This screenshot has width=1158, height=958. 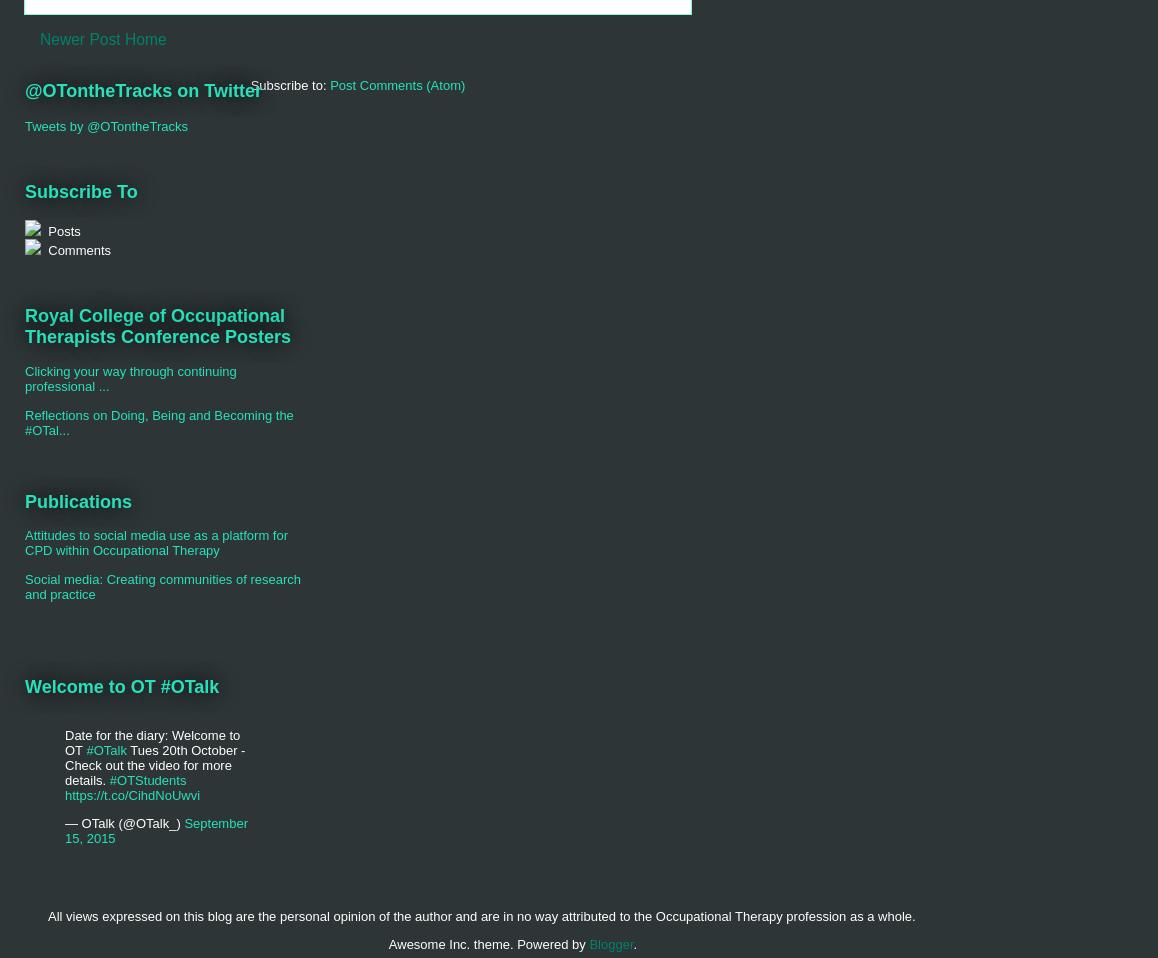 What do you see at coordinates (609, 943) in the screenshot?
I see `'Blogger'` at bounding box center [609, 943].